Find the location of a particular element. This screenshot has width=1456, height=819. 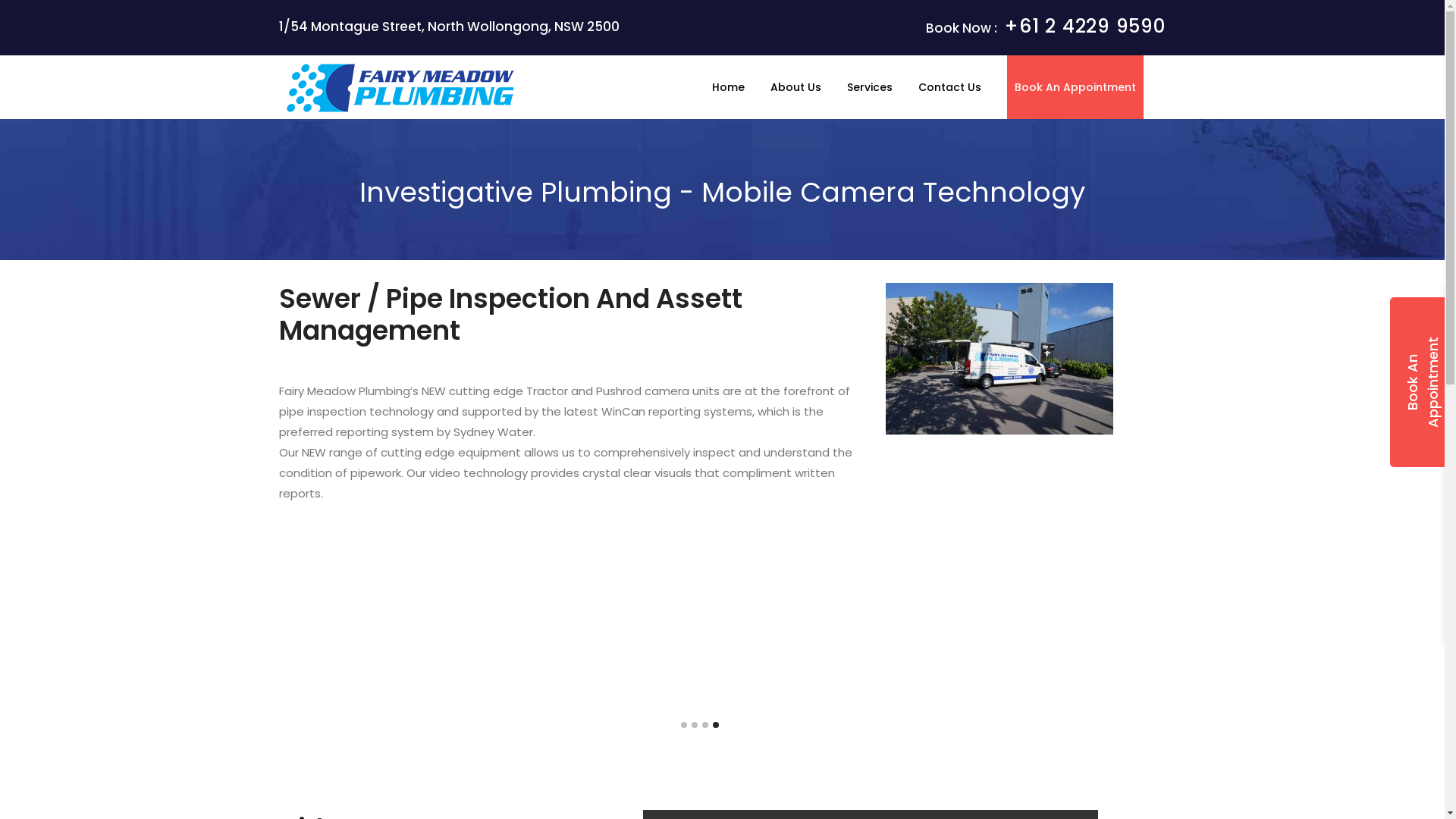

'Book An Appointment' is located at coordinates (1074, 87).